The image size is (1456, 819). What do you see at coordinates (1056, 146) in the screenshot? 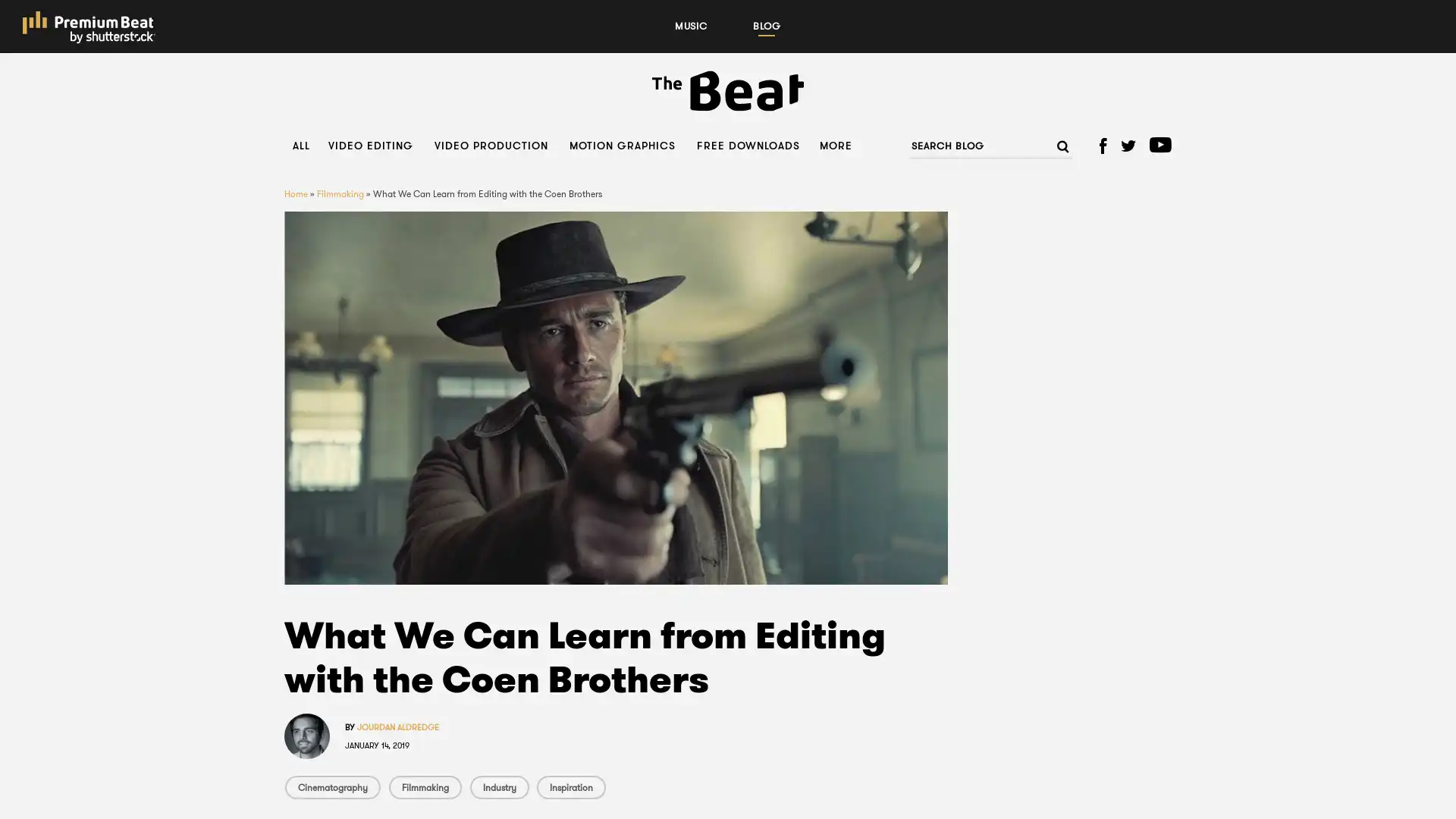
I see `Search` at bounding box center [1056, 146].